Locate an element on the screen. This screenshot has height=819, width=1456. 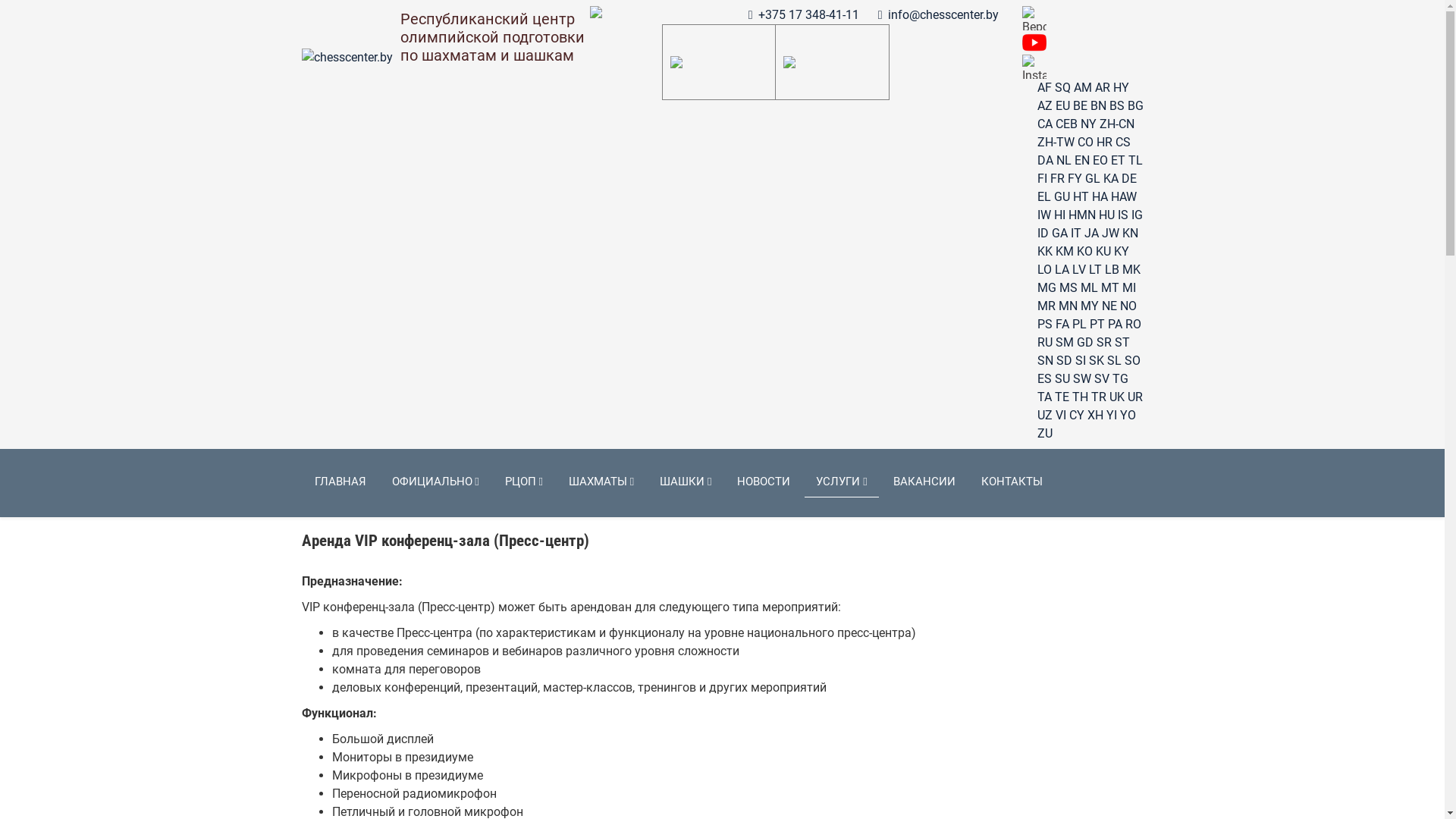
'ID' is located at coordinates (1042, 233).